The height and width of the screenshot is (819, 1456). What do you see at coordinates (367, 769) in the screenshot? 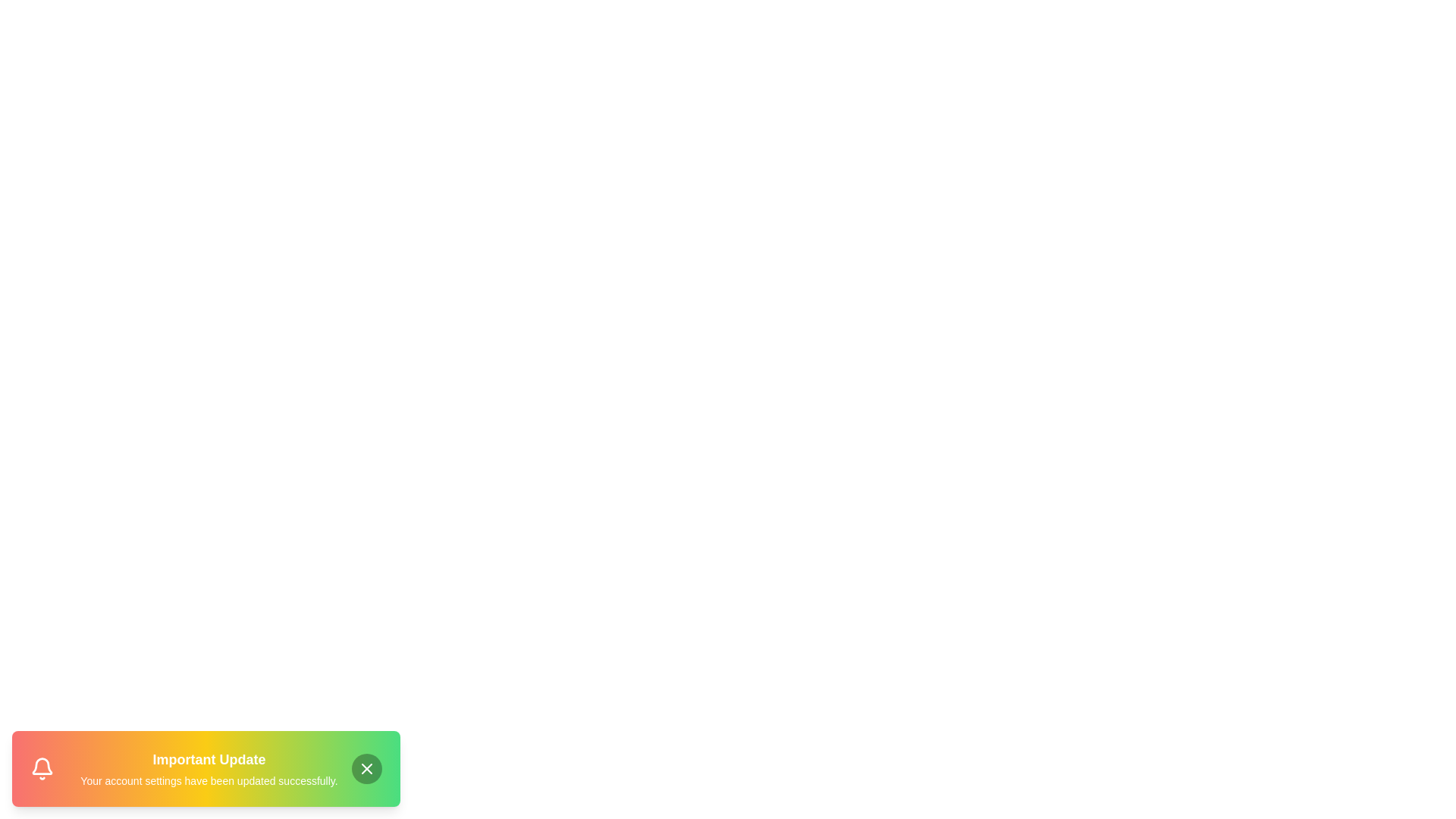
I see `the close button to dismiss the notification` at bounding box center [367, 769].